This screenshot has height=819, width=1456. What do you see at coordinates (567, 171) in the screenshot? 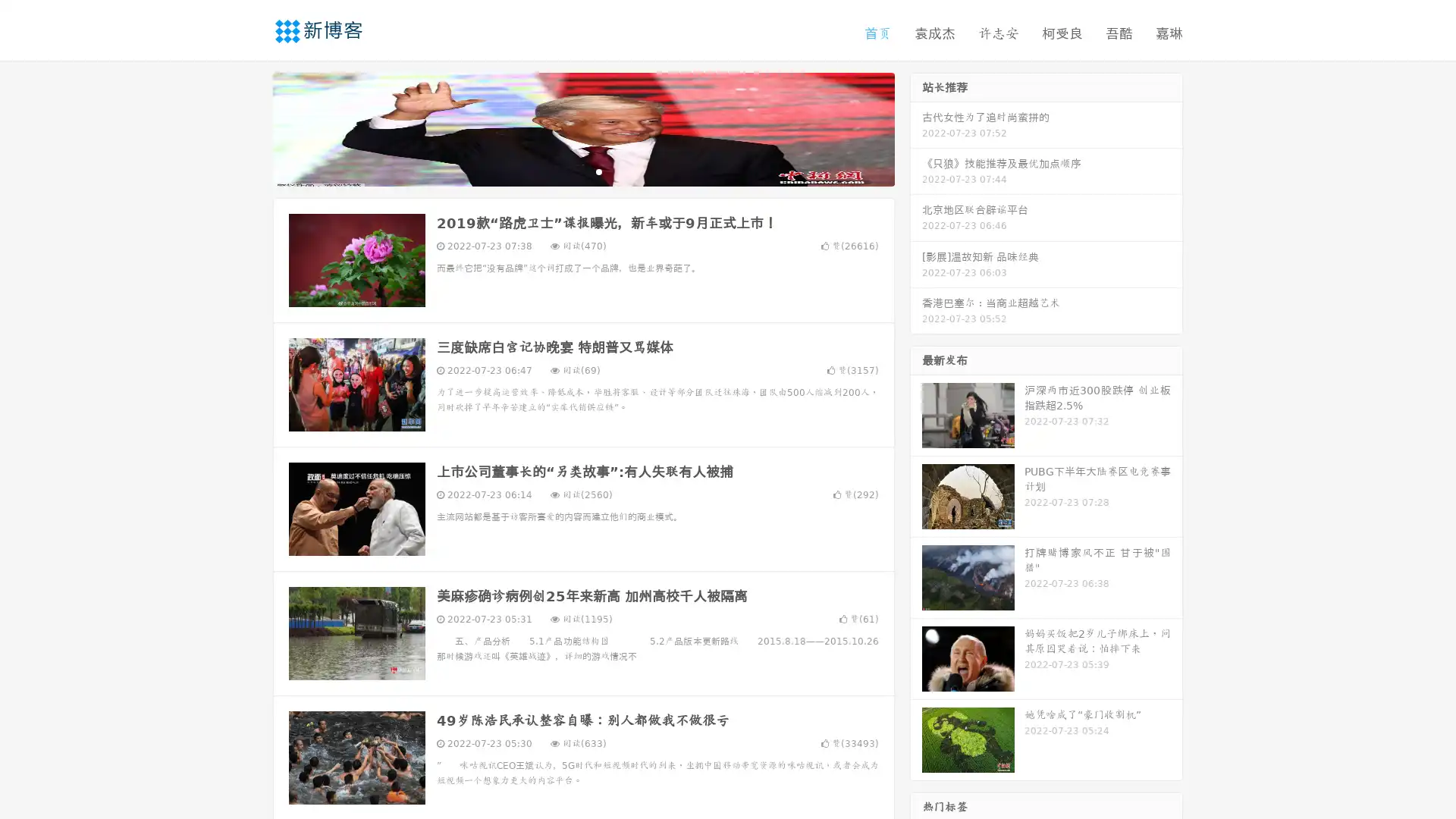
I see `Go to slide 1` at bounding box center [567, 171].